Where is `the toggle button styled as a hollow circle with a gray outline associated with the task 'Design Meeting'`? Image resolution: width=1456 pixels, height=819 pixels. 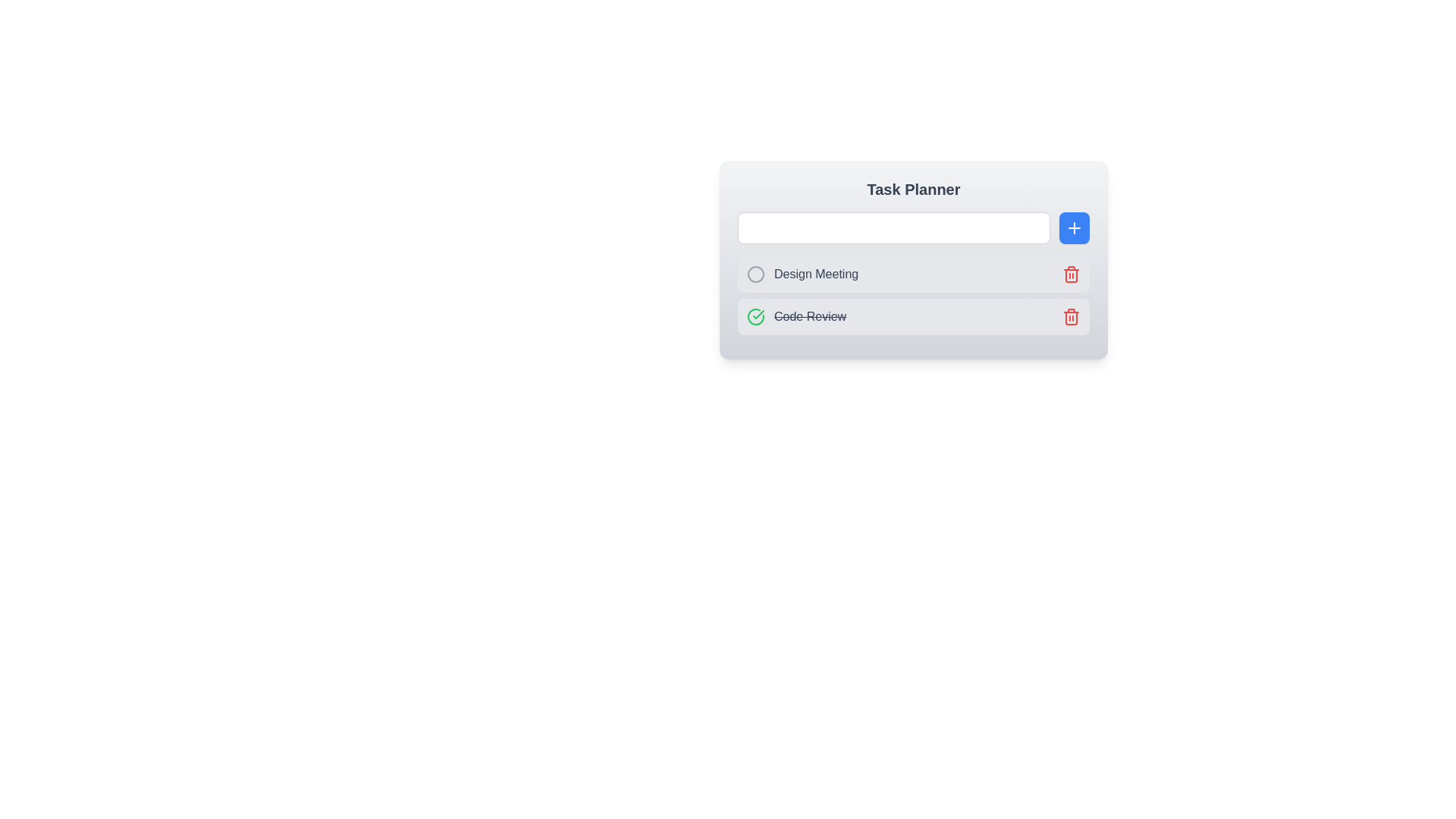 the toggle button styled as a hollow circle with a gray outline associated with the task 'Design Meeting' is located at coordinates (756, 275).